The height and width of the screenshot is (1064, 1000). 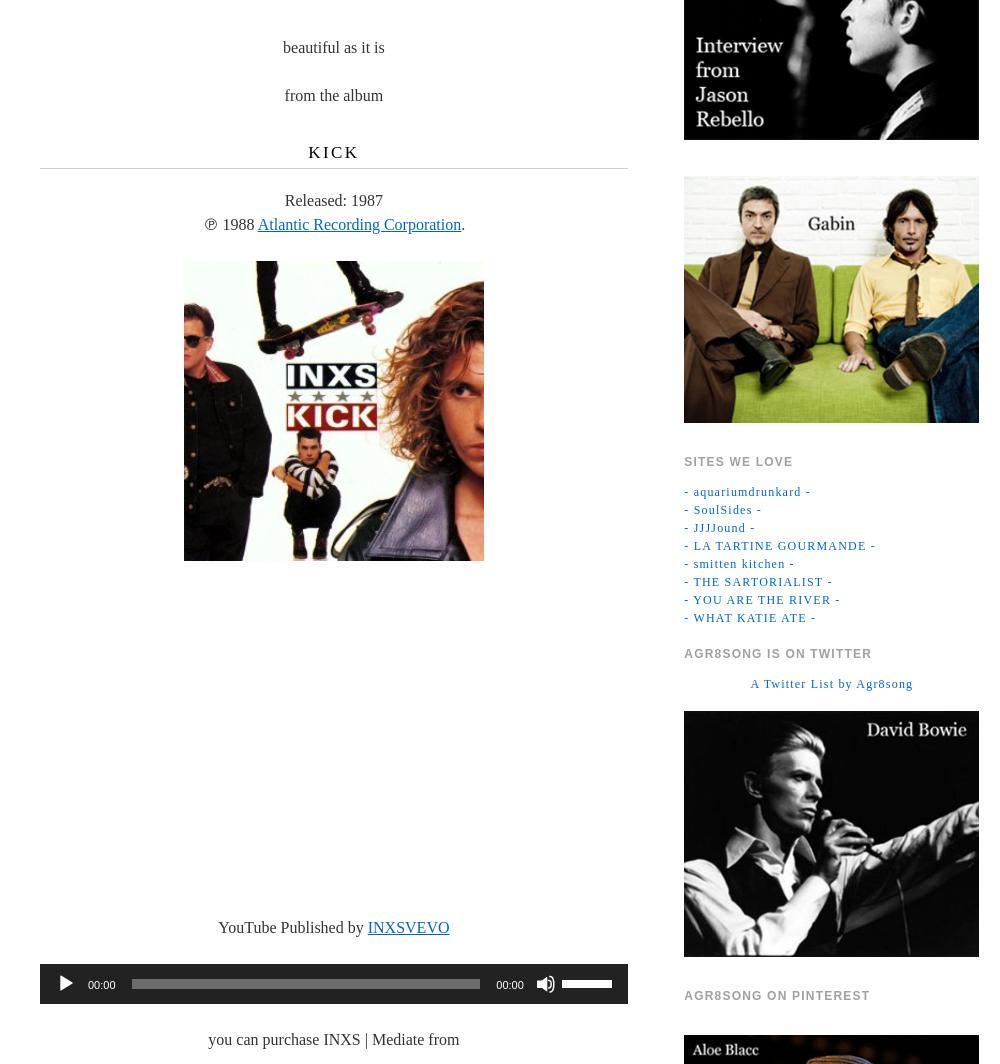 What do you see at coordinates (738, 562) in the screenshot?
I see `'- smitten kitchen -'` at bounding box center [738, 562].